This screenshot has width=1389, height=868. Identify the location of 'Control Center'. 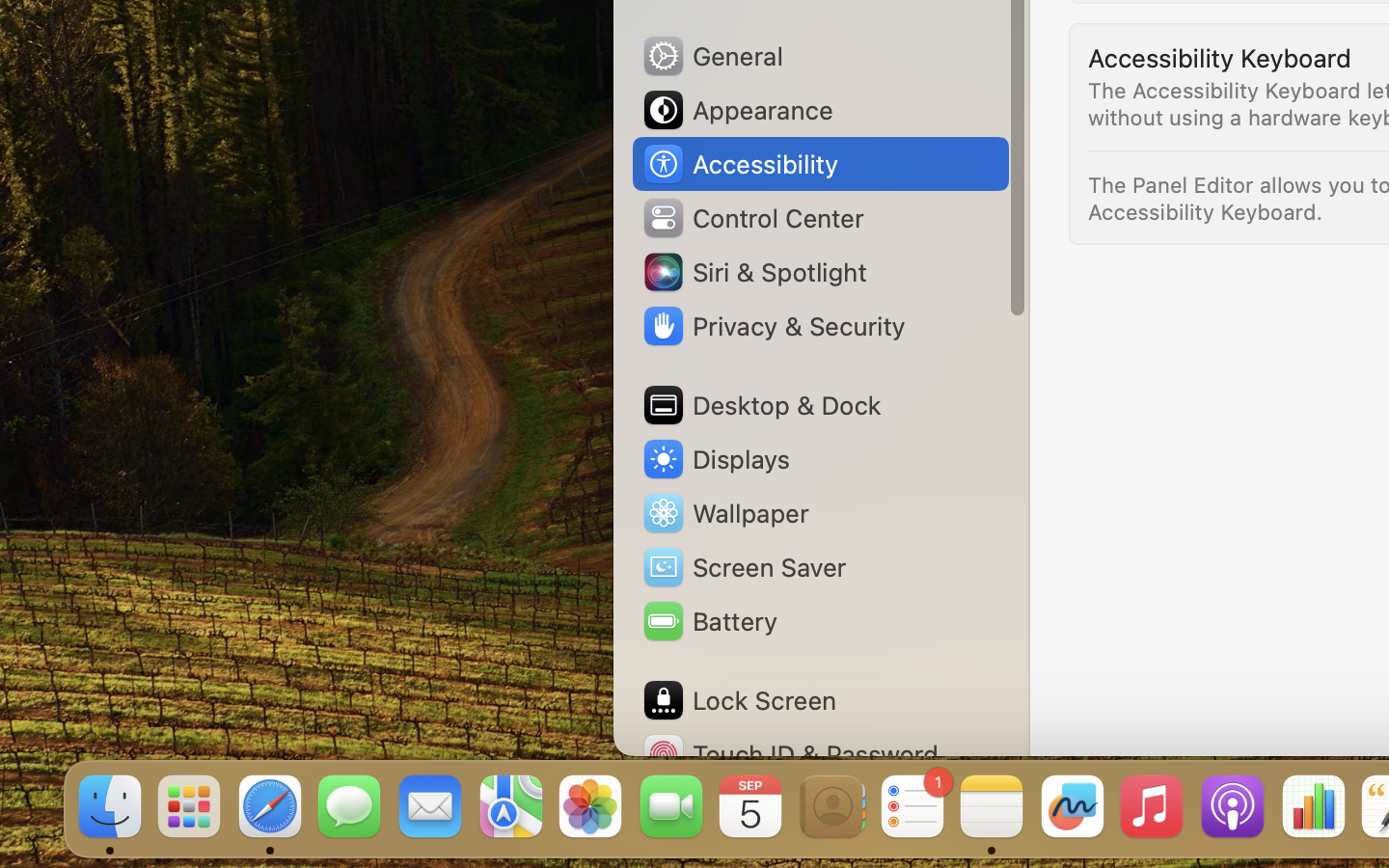
(751, 217).